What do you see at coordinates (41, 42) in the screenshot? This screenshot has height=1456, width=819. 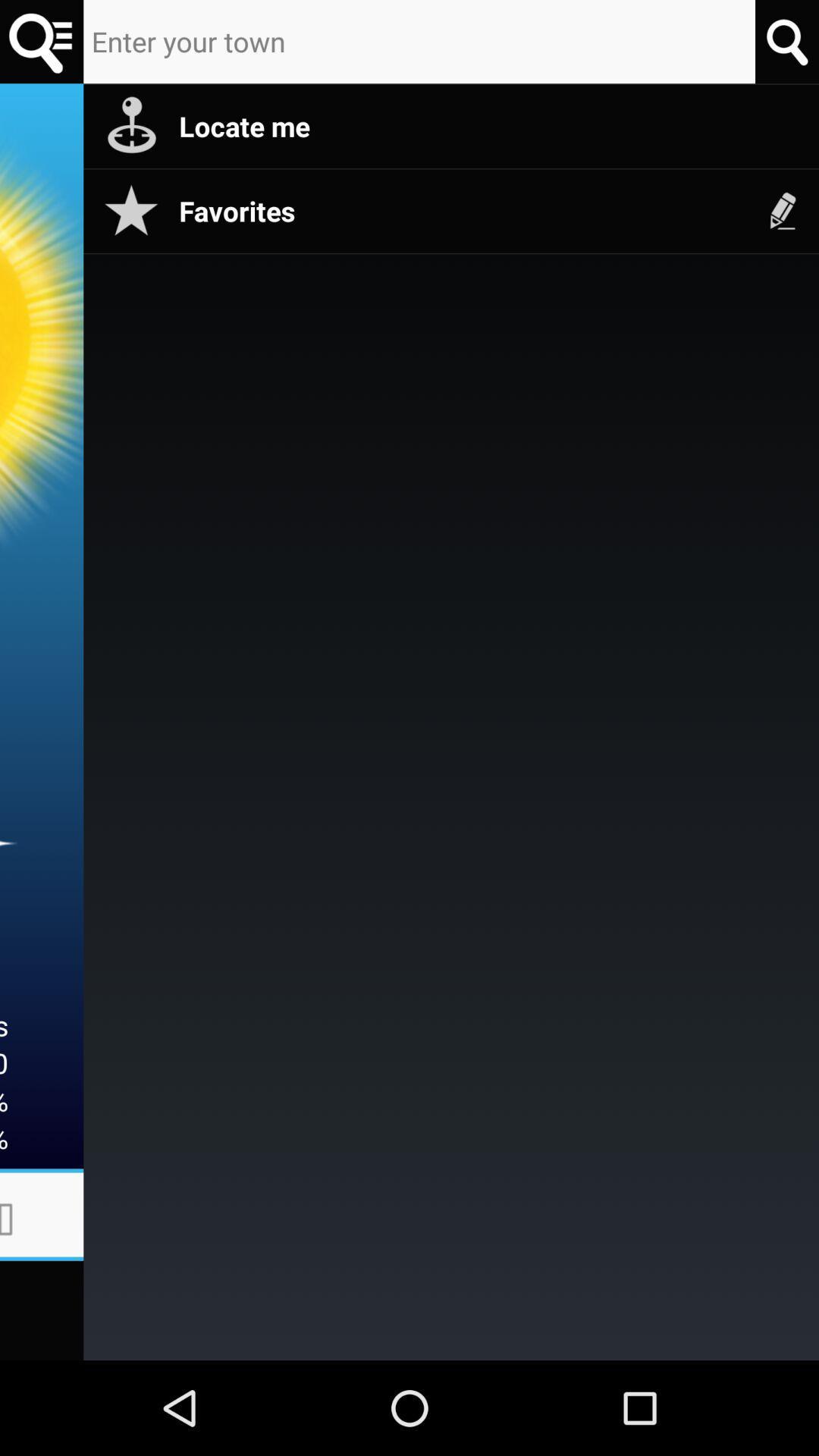 I see `type in your town` at bounding box center [41, 42].